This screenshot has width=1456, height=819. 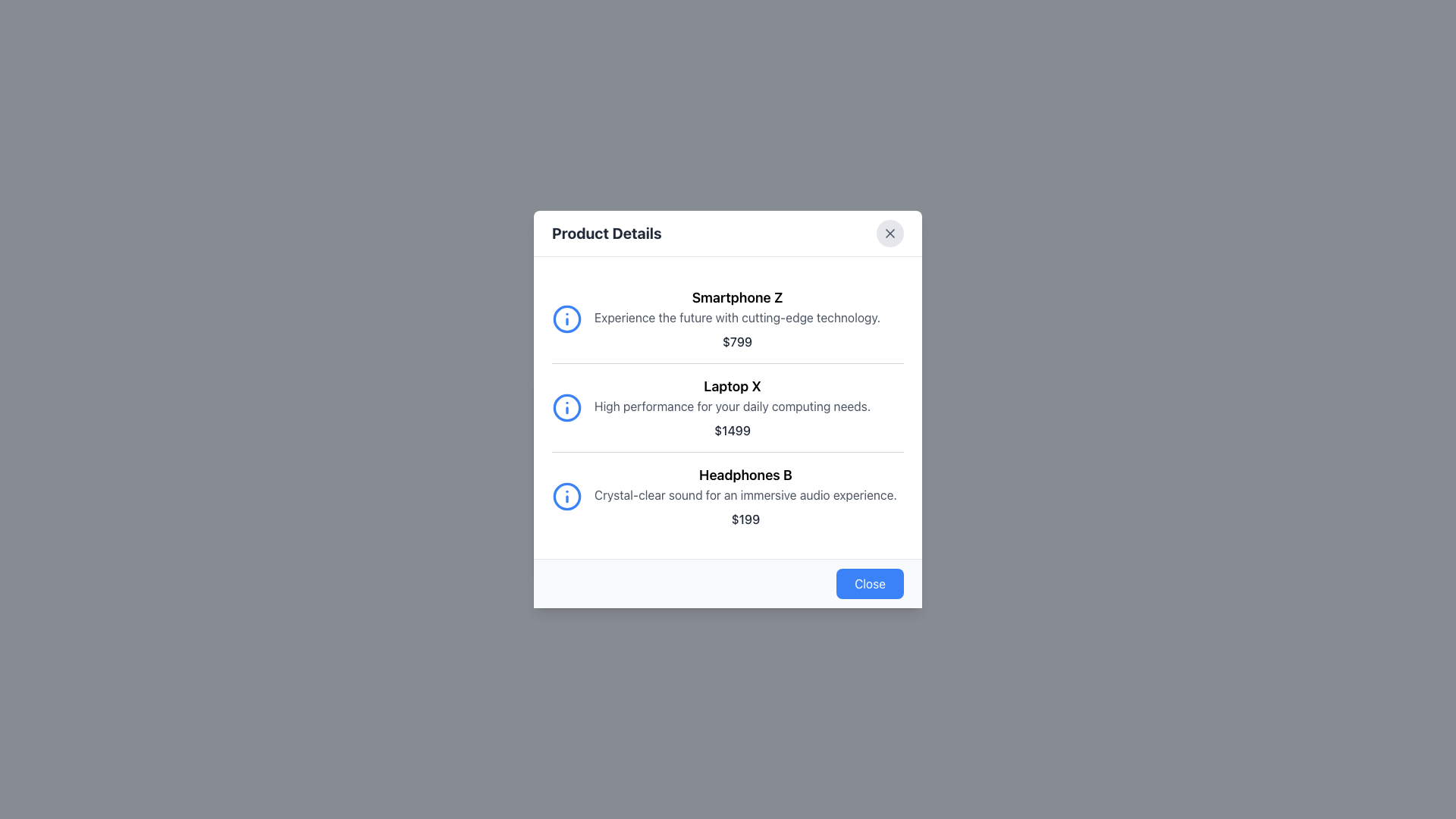 I want to click on the Close Button Icon, so click(x=890, y=234).